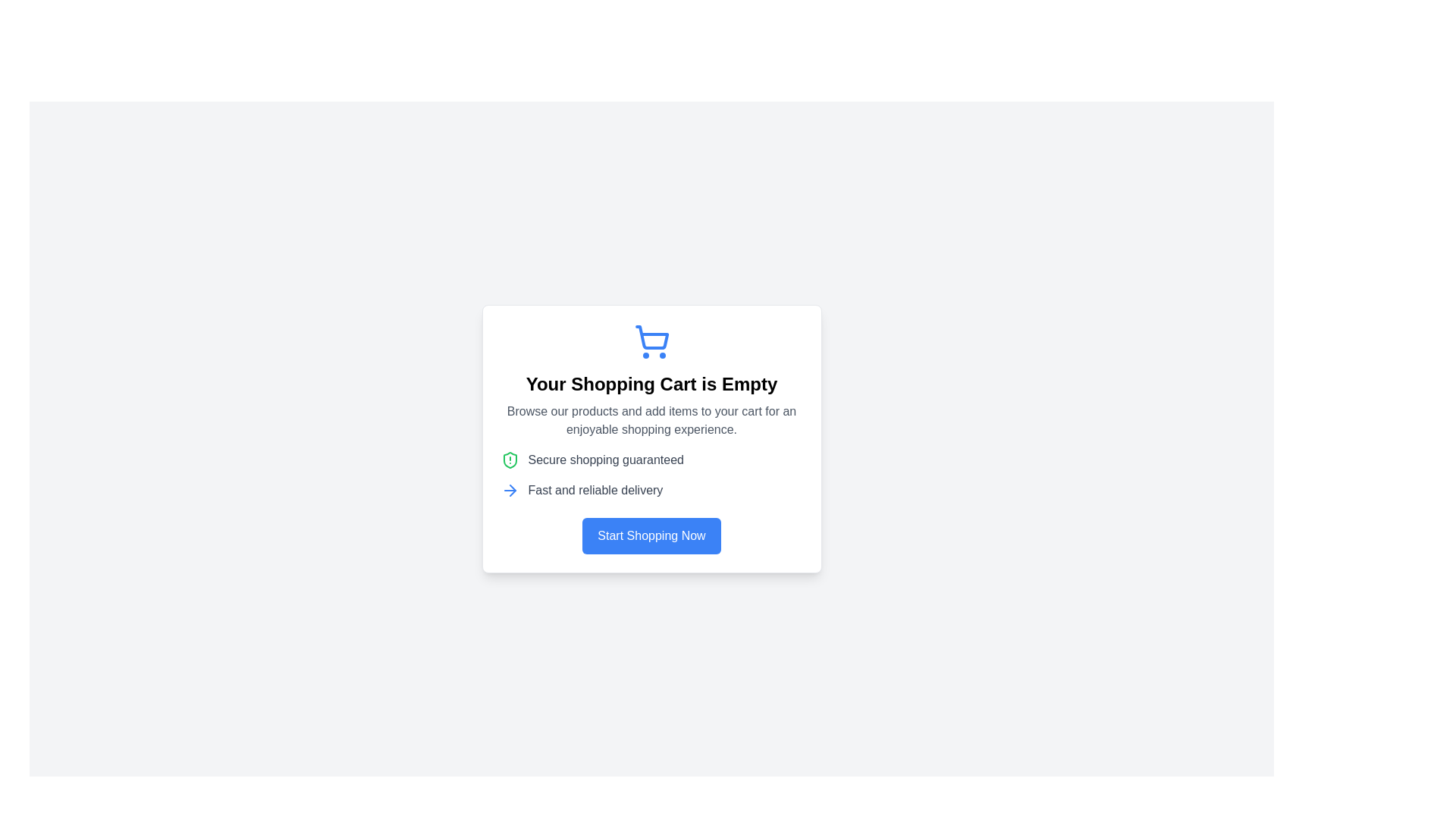 Image resolution: width=1456 pixels, height=819 pixels. What do you see at coordinates (651, 535) in the screenshot?
I see `the shopping button located in the center of the interface, directly below the 'Your Shopping Cart is Empty' text box, to change its color` at bounding box center [651, 535].